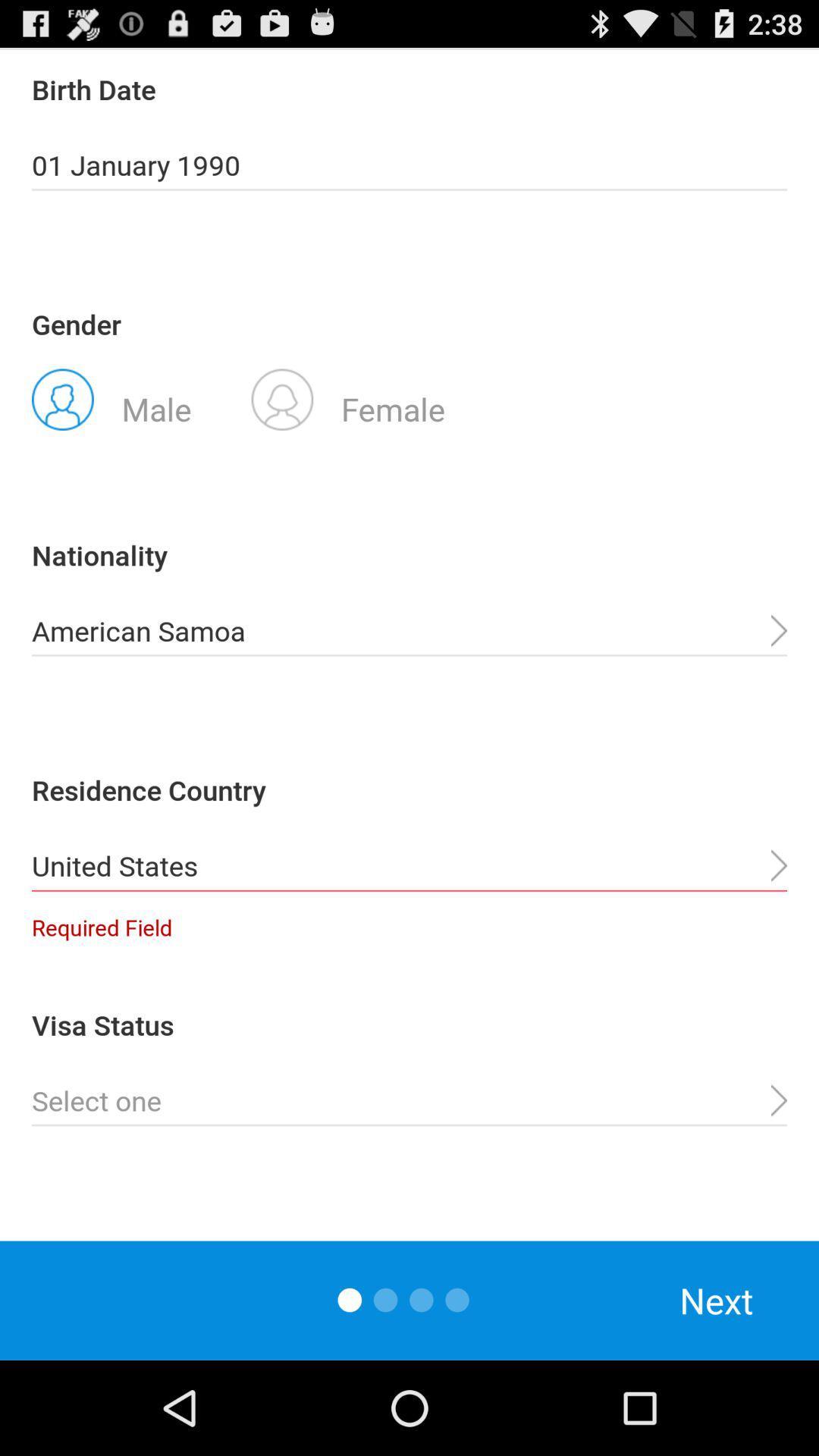 The width and height of the screenshot is (819, 1456). What do you see at coordinates (111, 398) in the screenshot?
I see `the item next to the female icon` at bounding box center [111, 398].